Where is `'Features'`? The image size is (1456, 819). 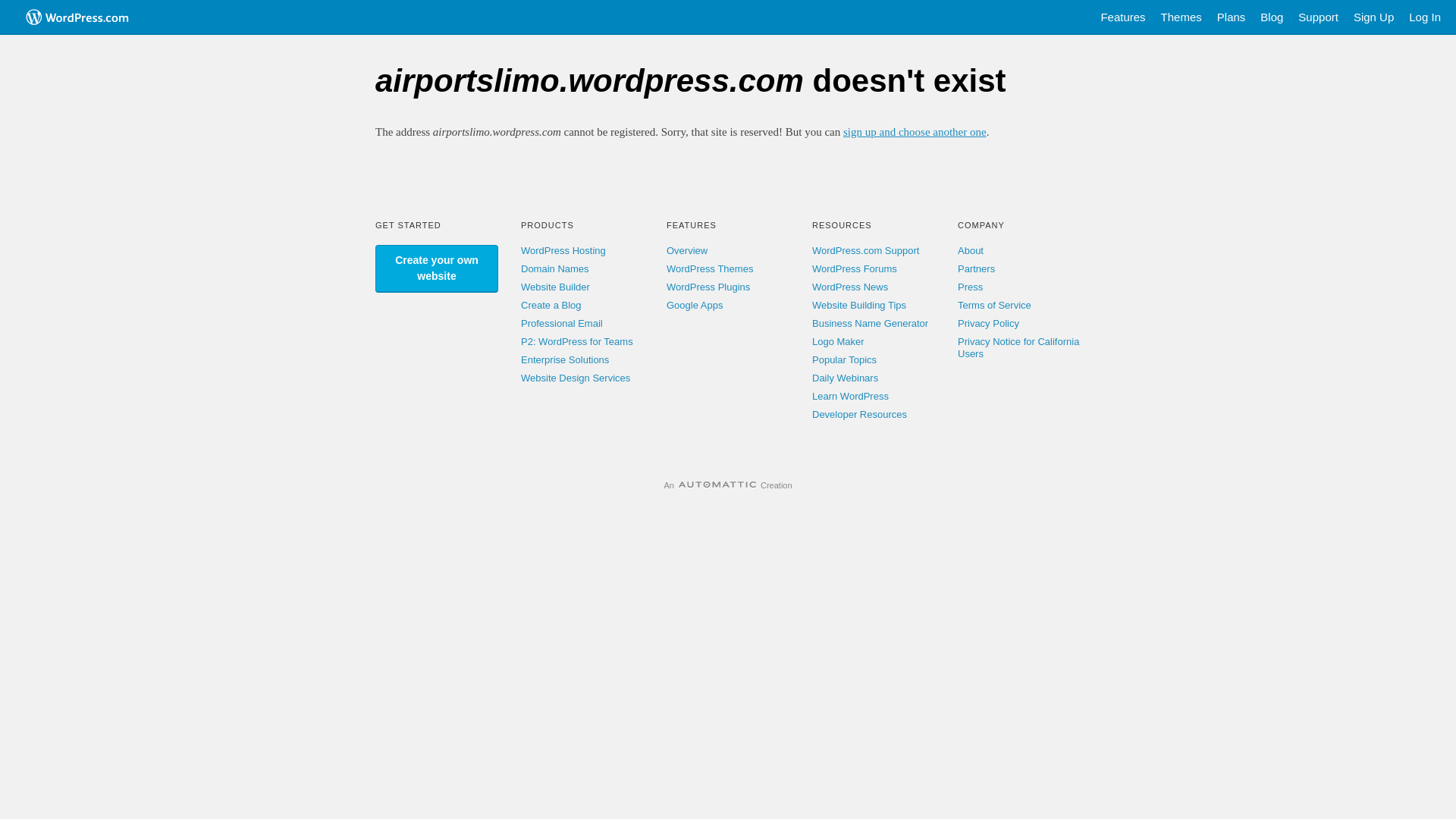 'Features' is located at coordinates (1092, 17).